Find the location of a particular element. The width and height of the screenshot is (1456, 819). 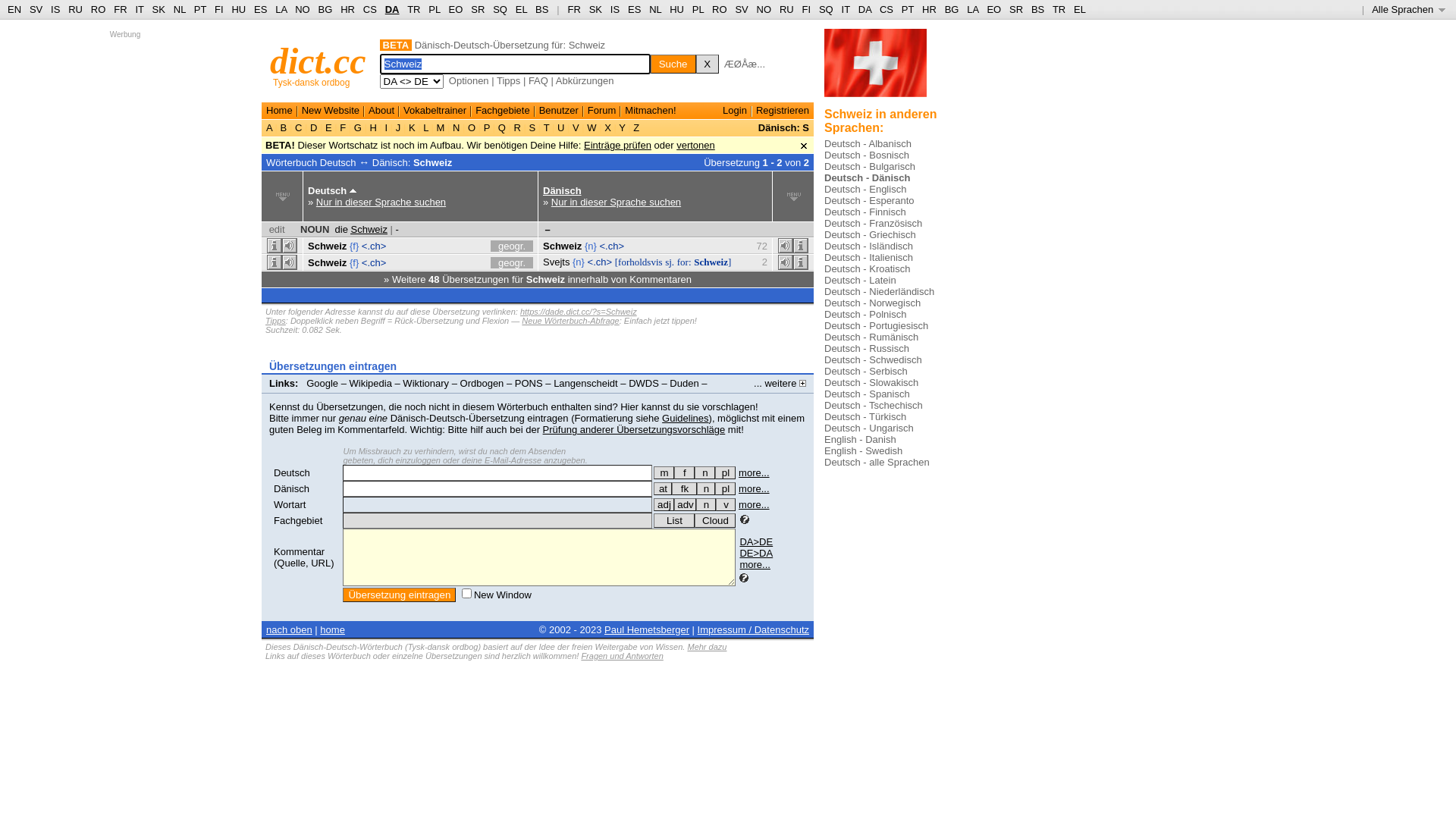

'Ordbogen' is located at coordinates (482, 382).